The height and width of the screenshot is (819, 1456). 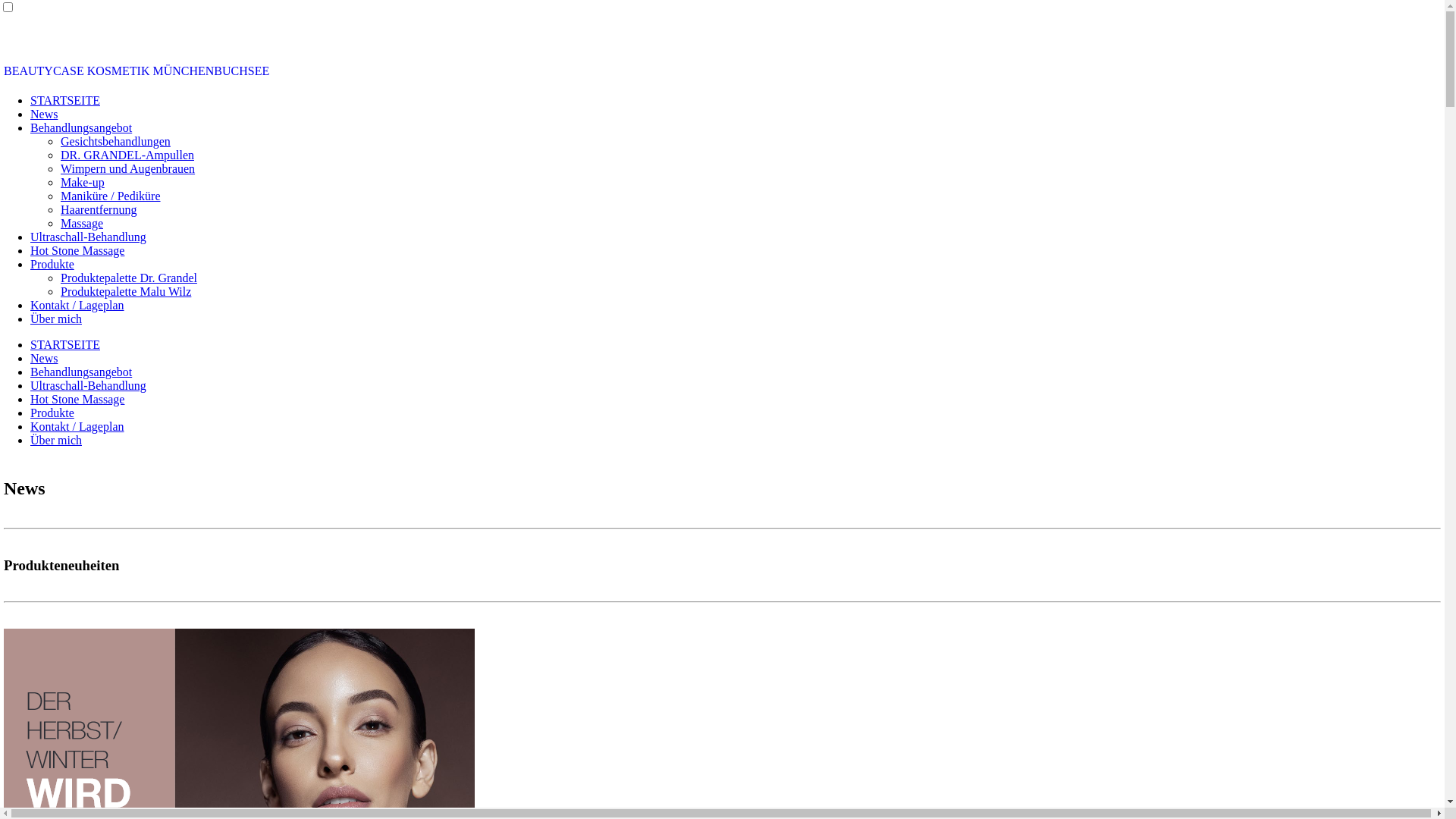 I want to click on 'News', so click(x=43, y=358).